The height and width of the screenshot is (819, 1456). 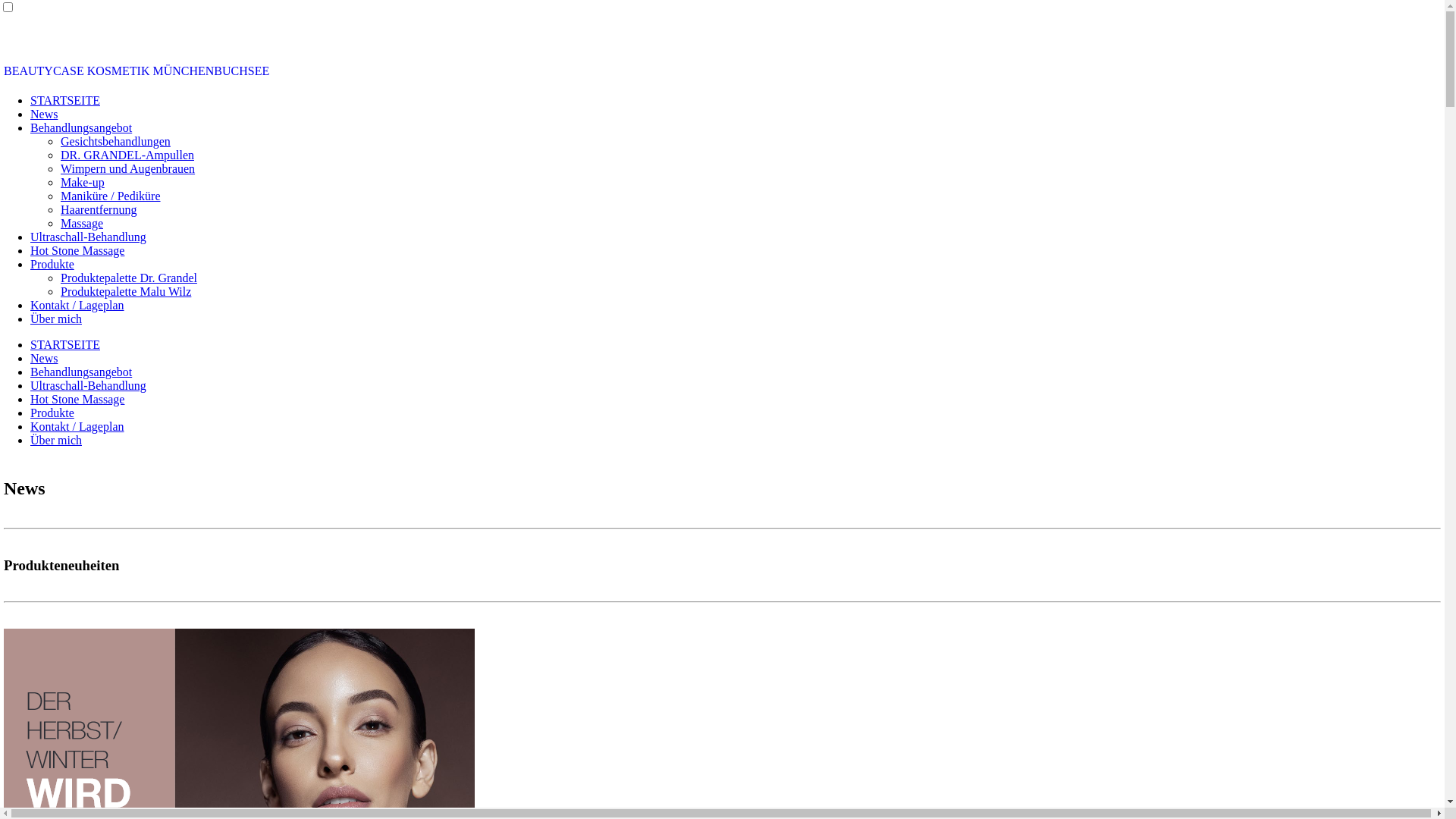 I want to click on 'News', so click(x=43, y=358).